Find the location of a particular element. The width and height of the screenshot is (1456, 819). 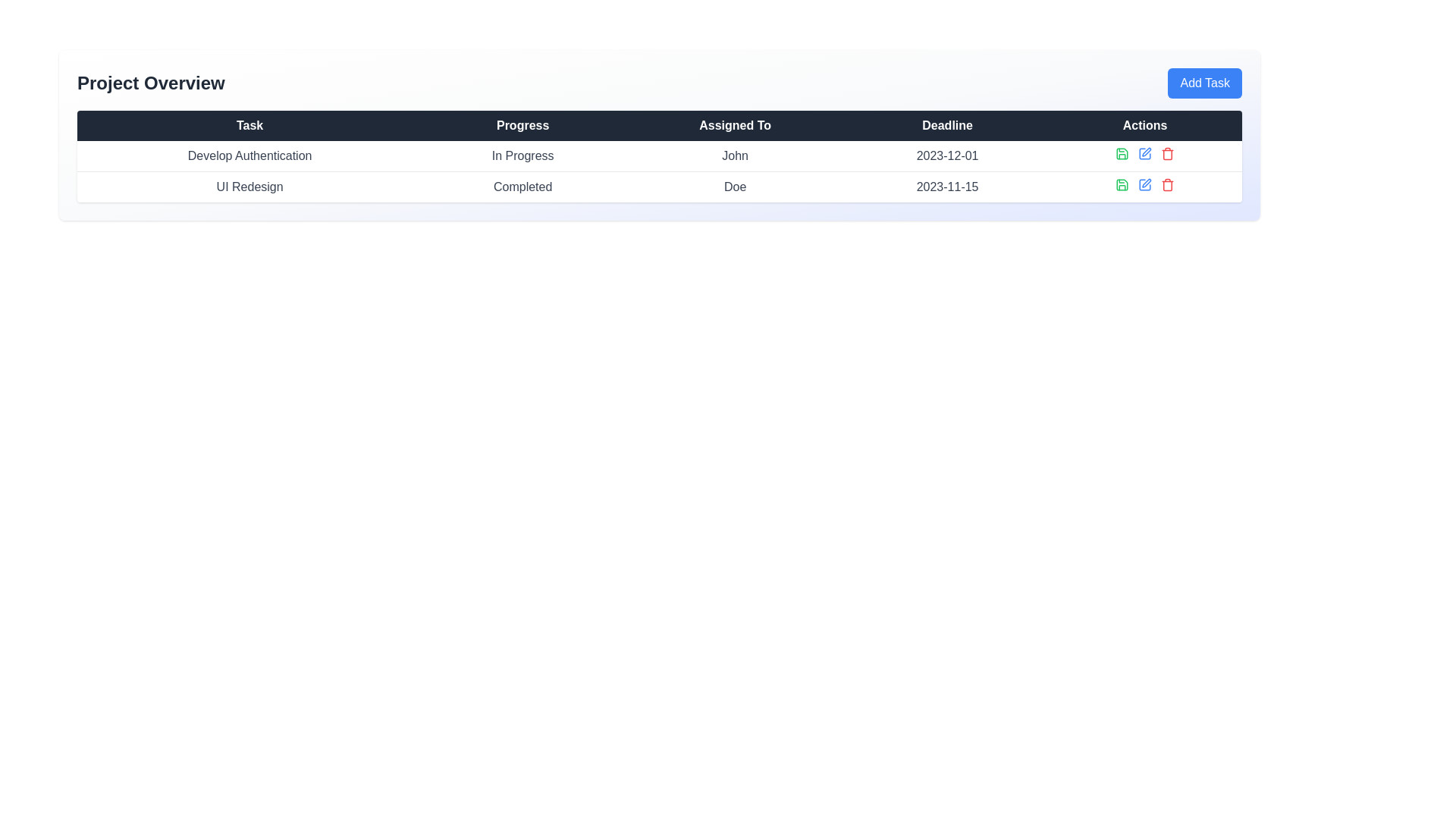

the progress status label located in the second column of the table row under the 'Progress' header is located at coordinates (522, 156).